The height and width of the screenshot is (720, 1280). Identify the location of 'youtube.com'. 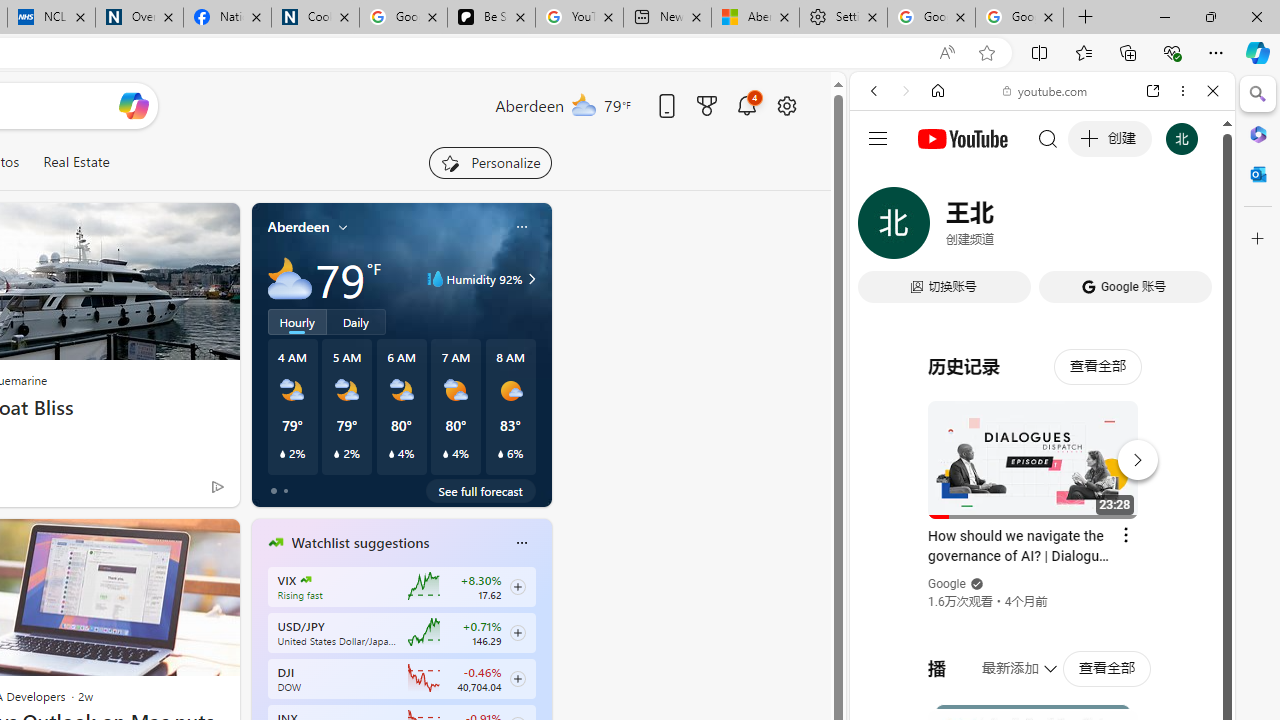
(1045, 91).